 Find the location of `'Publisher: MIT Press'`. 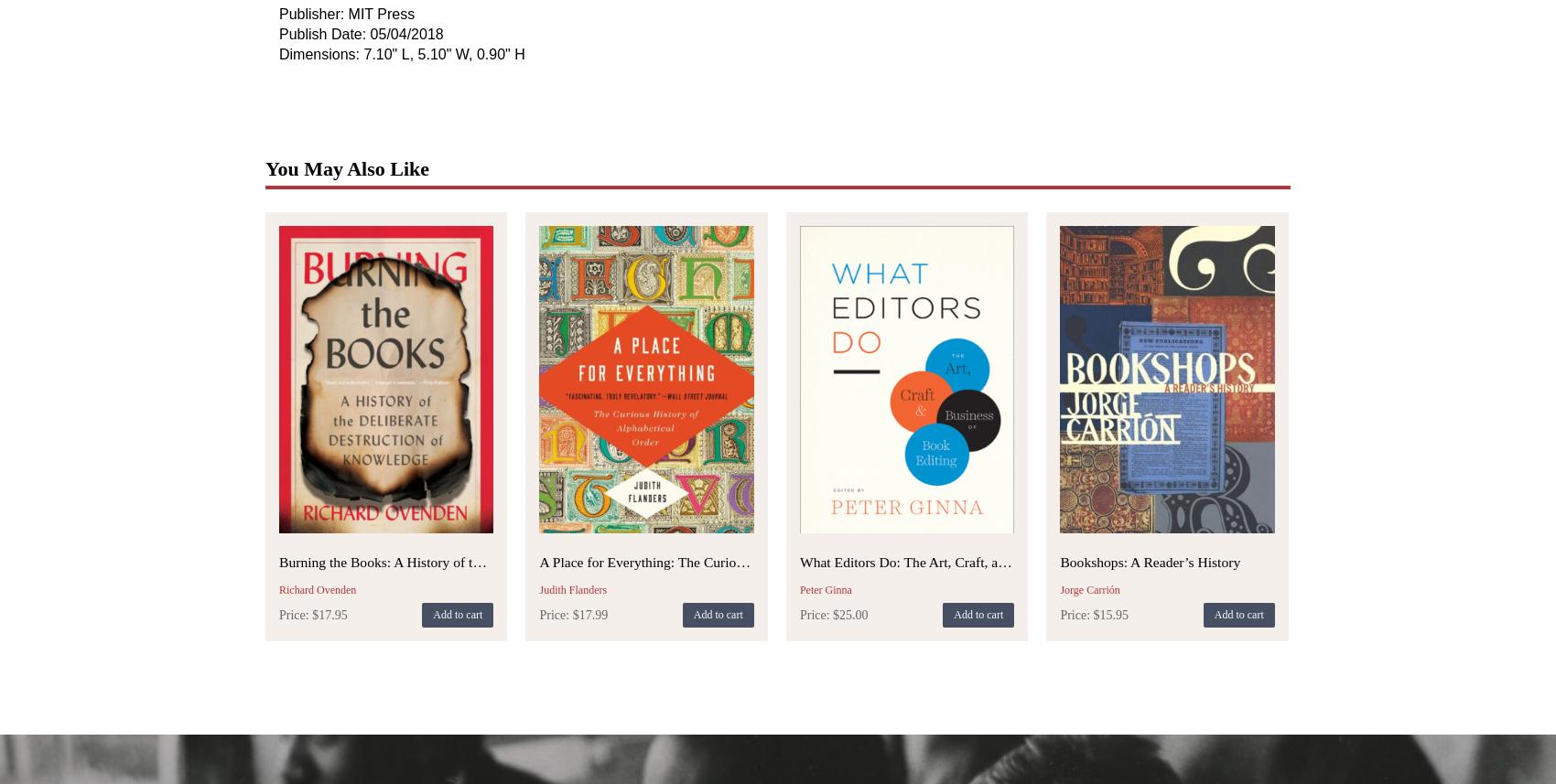

'Publisher: MIT Press' is located at coordinates (278, 13).